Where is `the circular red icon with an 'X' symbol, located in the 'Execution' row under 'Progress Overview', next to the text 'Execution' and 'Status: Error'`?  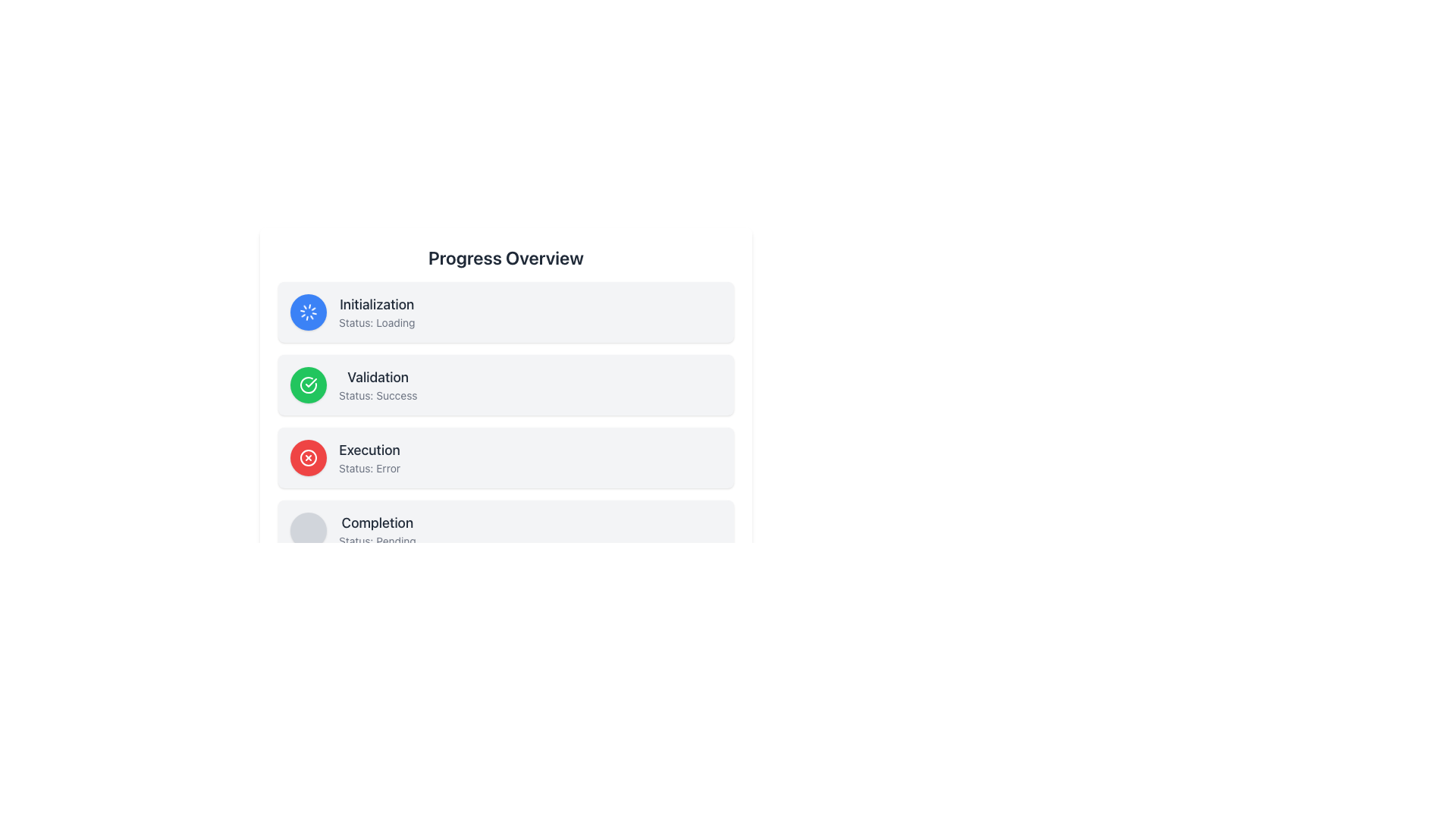 the circular red icon with an 'X' symbol, located in the 'Execution' row under 'Progress Overview', next to the text 'Execution' and 'Status: Error' is located at coordinates (308, 457).